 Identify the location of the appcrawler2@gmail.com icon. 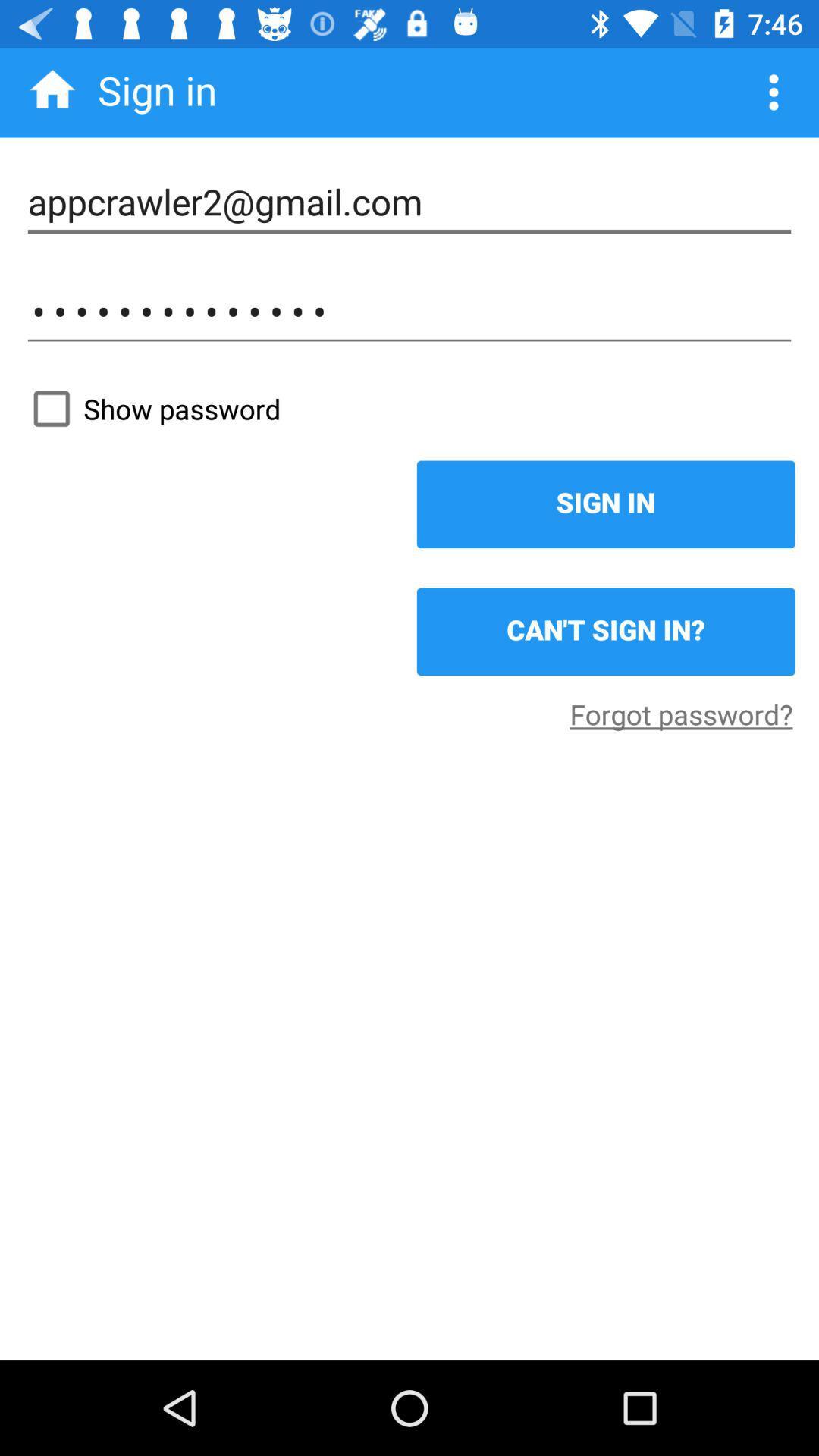
(409, 202).